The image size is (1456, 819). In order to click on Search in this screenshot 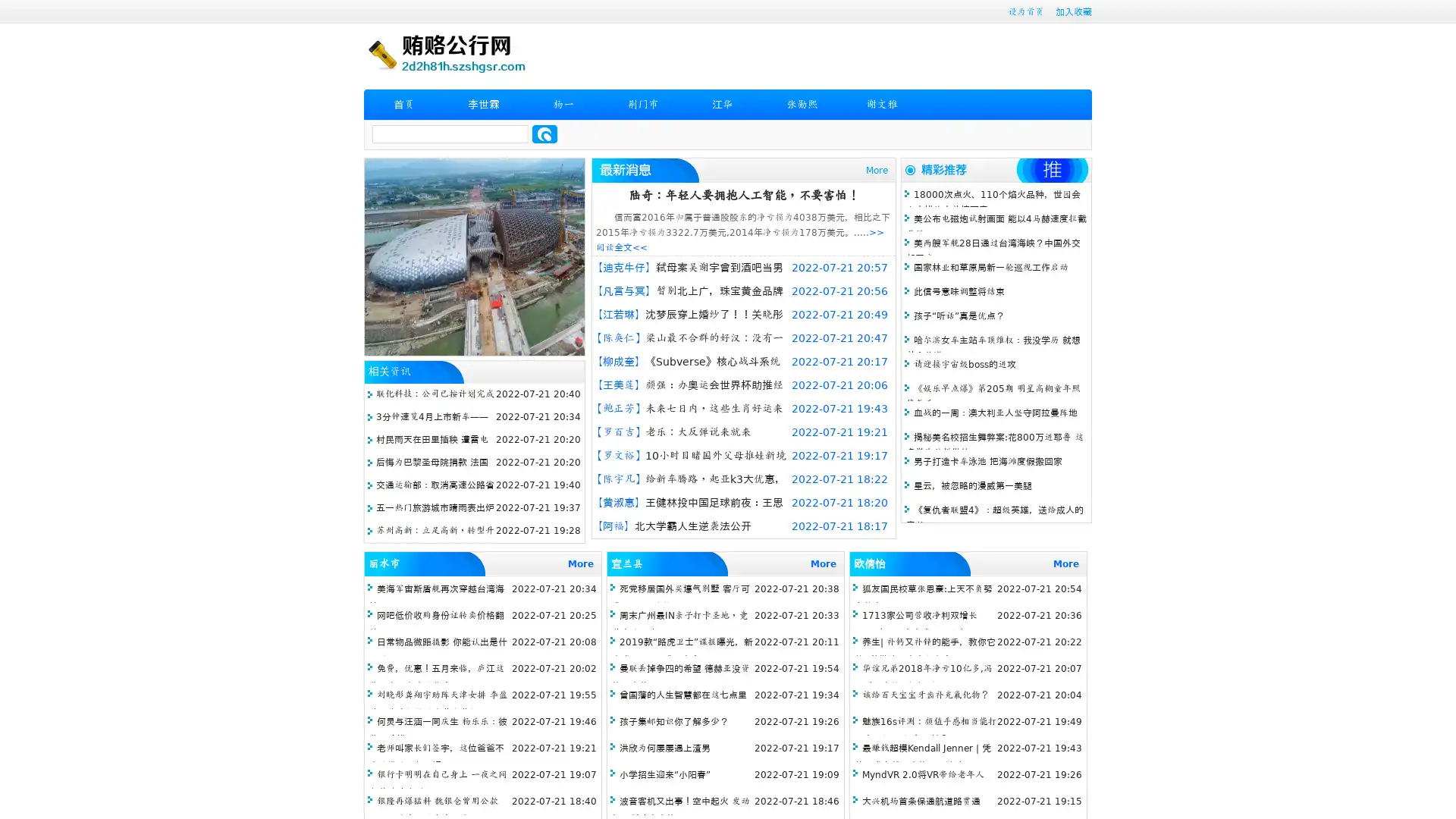, I will do `click(544, 133)`.